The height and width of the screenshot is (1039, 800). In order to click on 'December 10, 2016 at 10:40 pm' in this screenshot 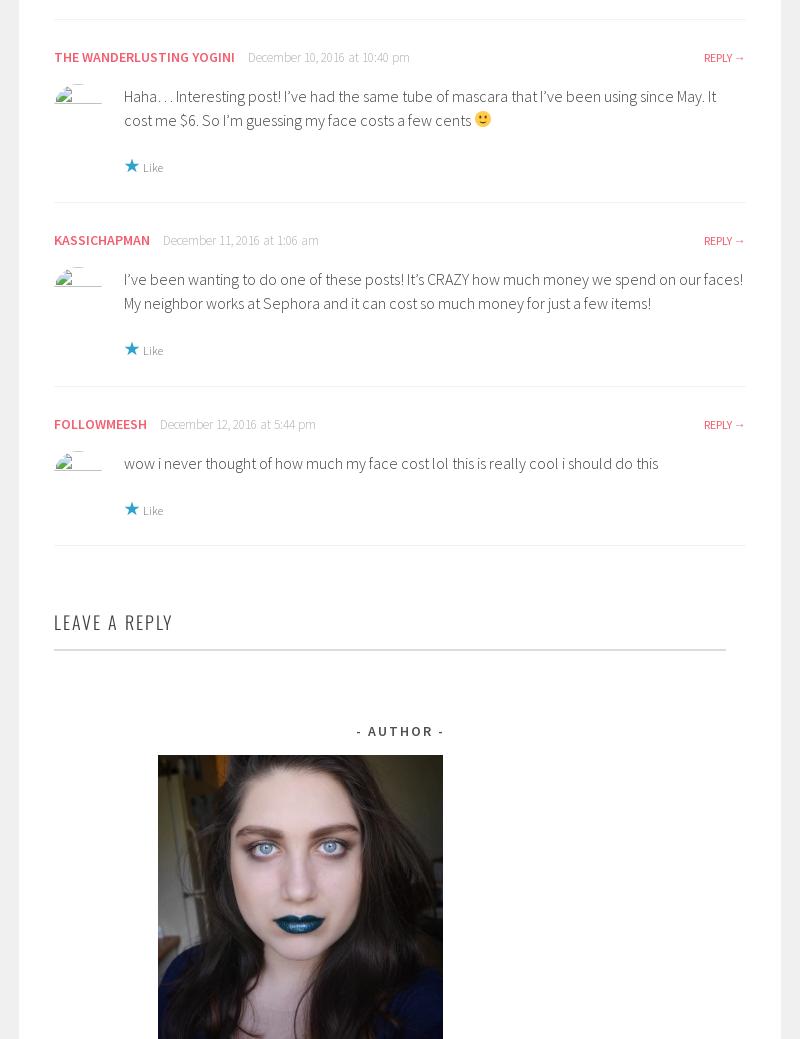, I will do `click(328, 55)`.